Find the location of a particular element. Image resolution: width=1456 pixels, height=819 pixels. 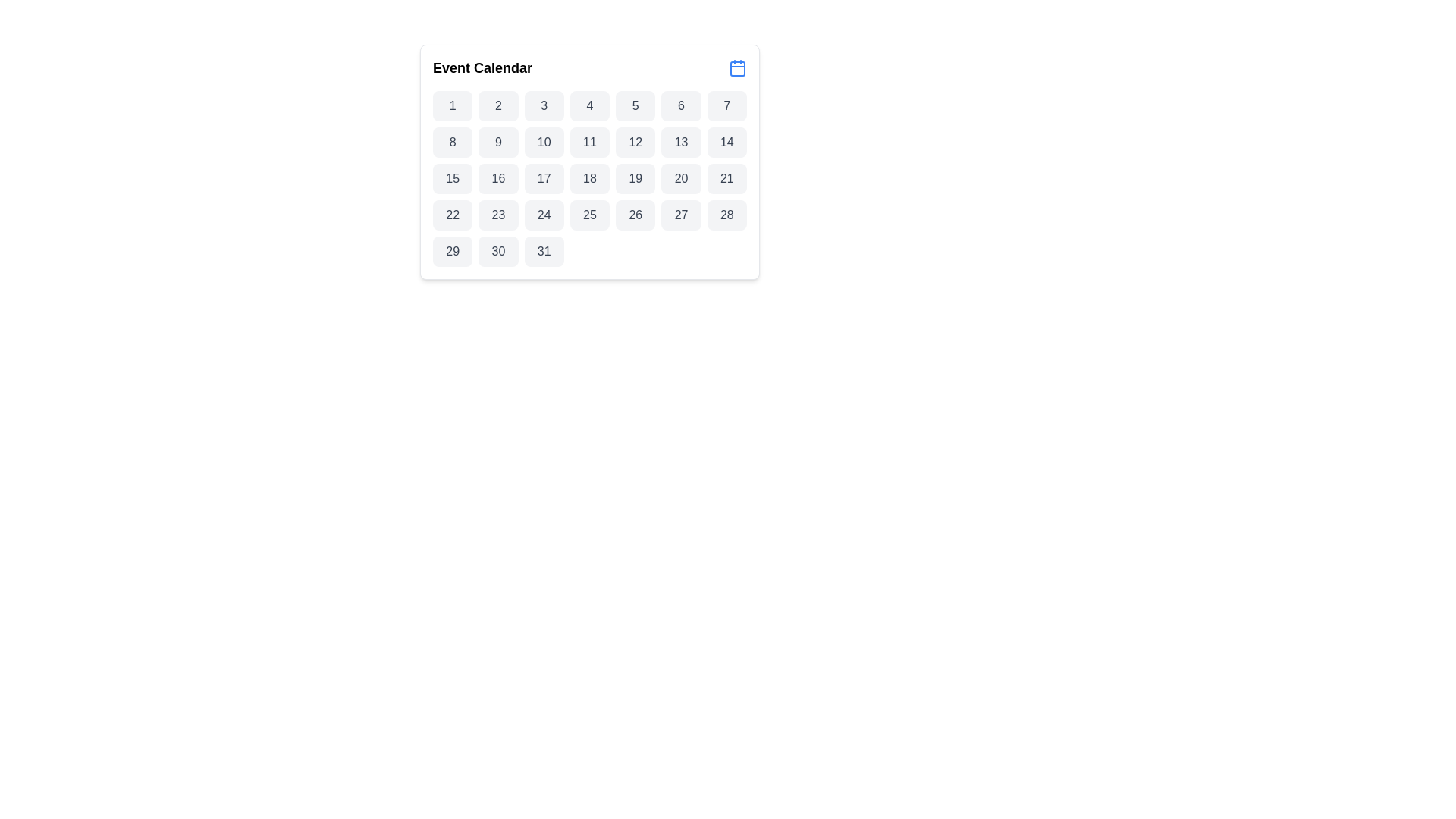

the button representing the 12th day in the Event Calendar is located at coordinates (635, 143).